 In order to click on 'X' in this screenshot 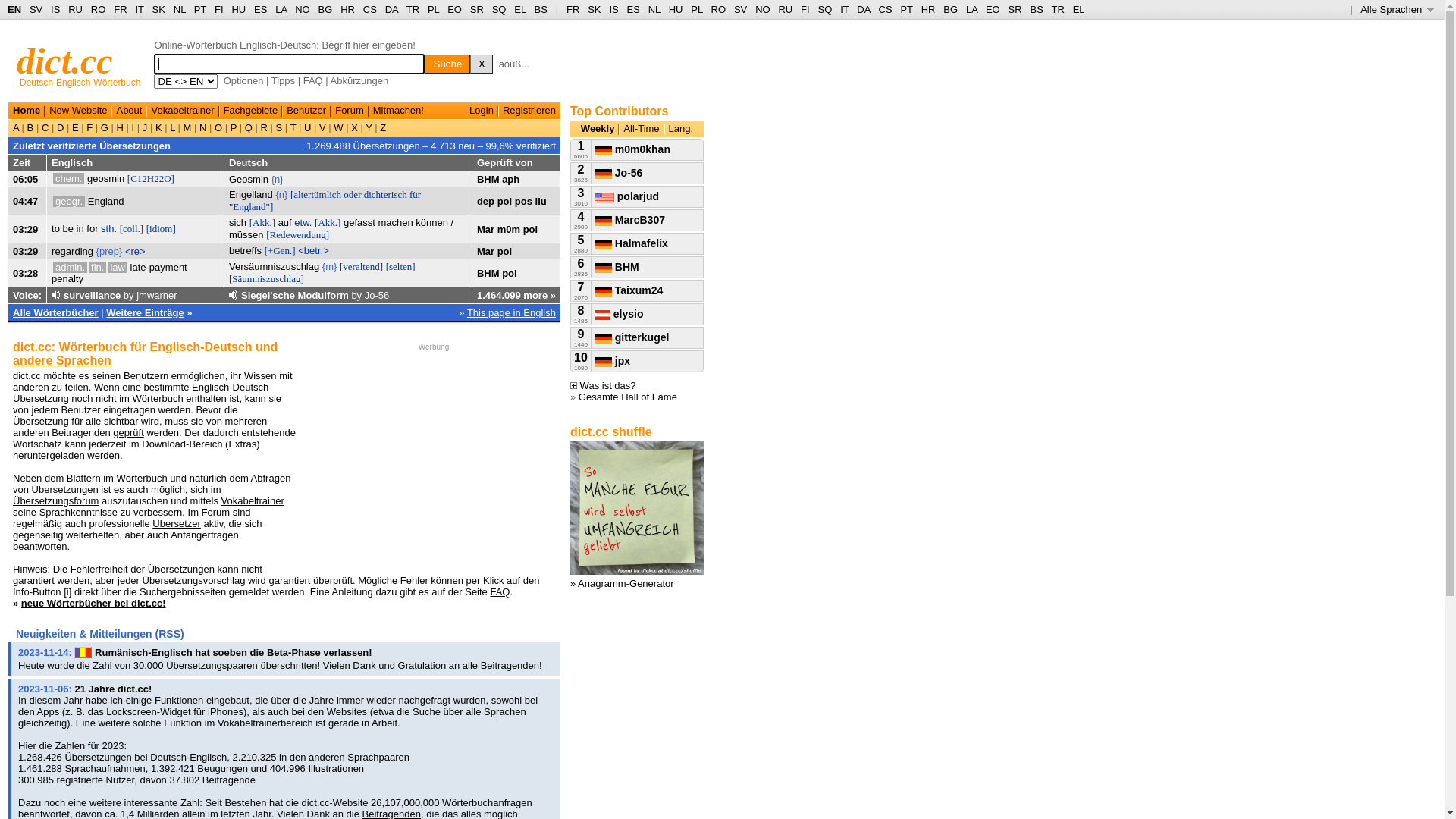, I will do `click(354, 127)`.